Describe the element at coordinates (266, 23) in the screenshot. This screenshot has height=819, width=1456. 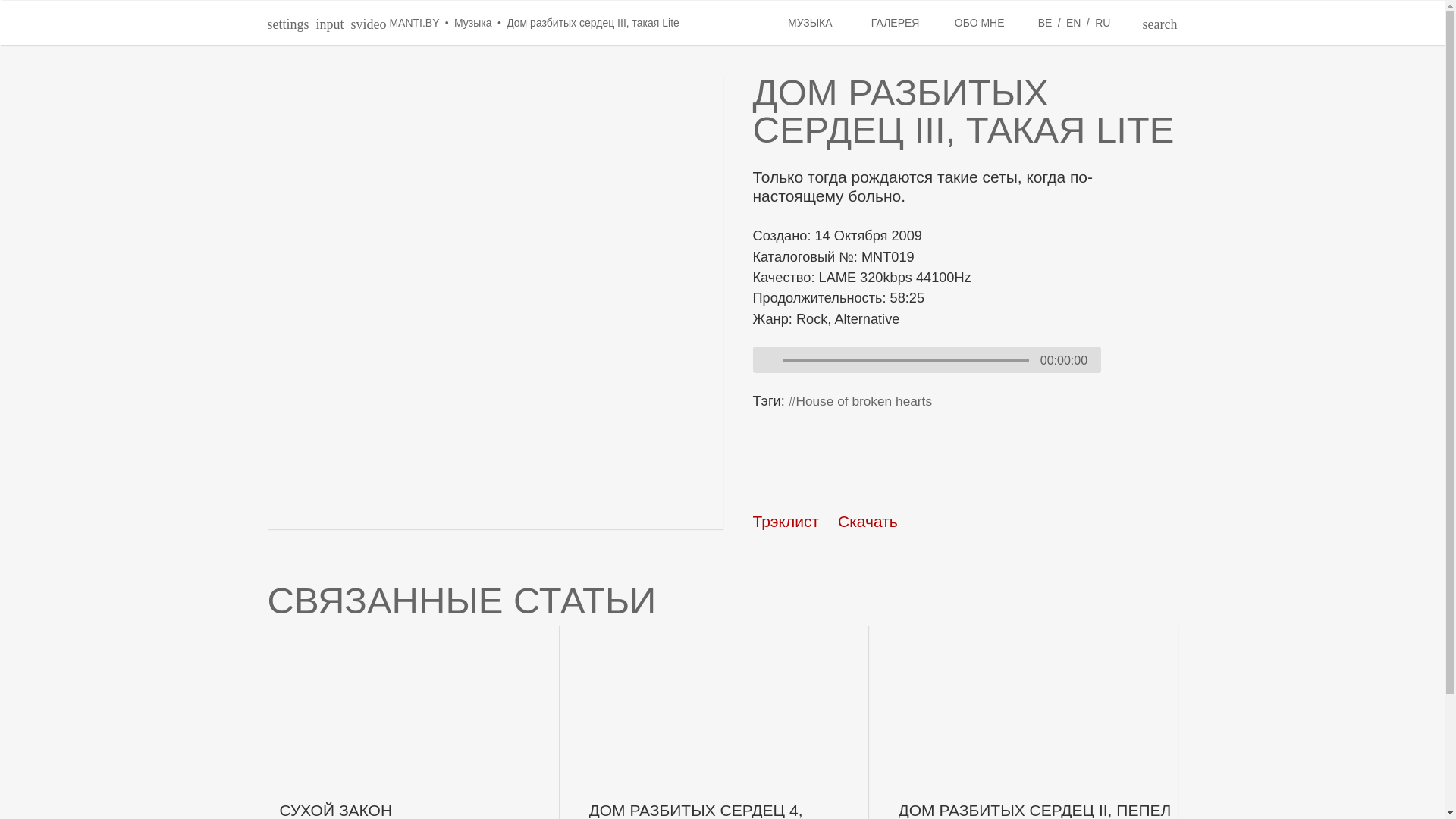
I see `'settings_input_svideo MANTI.BY'` at that location.